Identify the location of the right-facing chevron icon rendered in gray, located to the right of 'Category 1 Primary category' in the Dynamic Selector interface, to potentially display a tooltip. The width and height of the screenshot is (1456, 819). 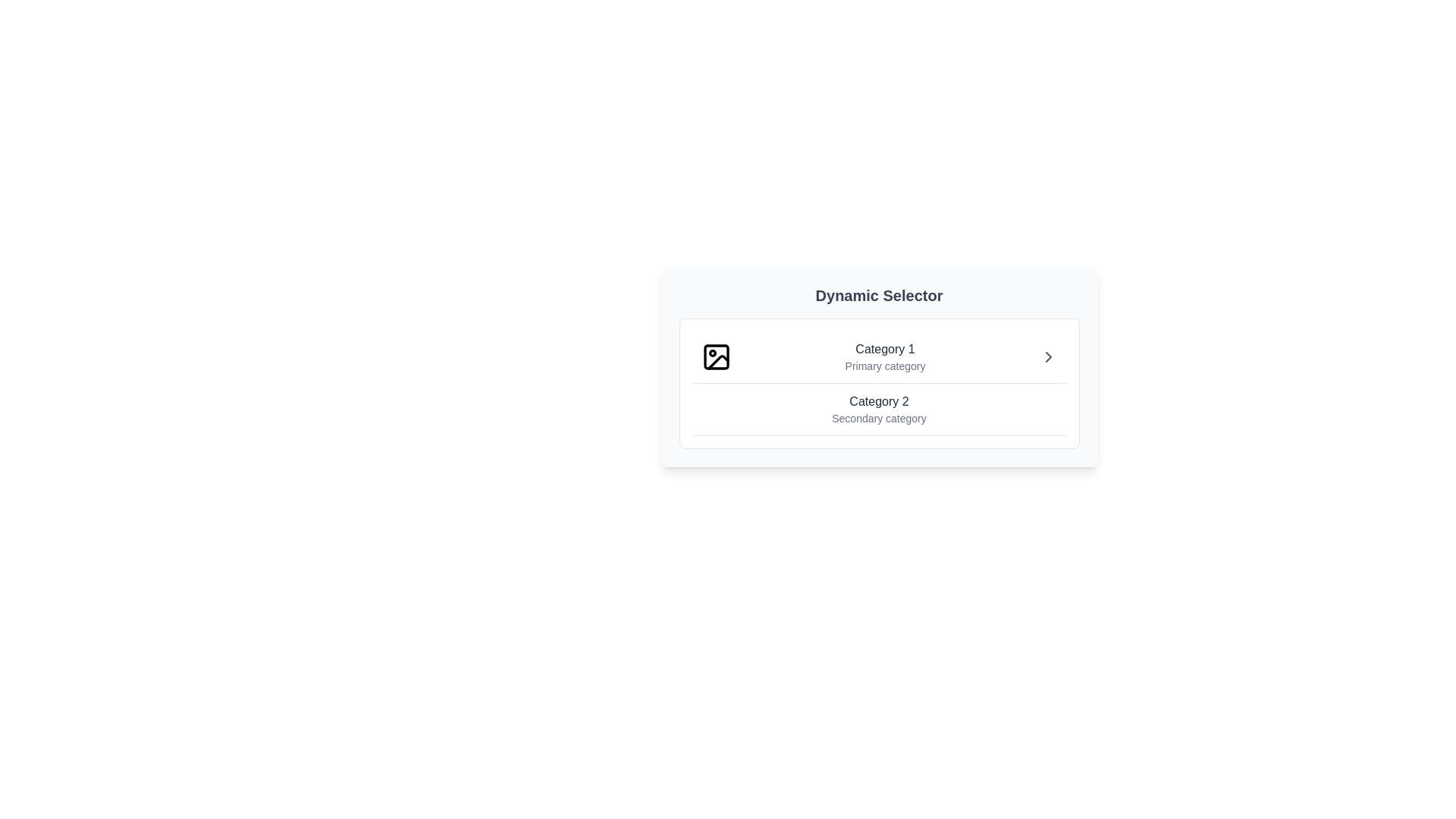
(1047, 356).